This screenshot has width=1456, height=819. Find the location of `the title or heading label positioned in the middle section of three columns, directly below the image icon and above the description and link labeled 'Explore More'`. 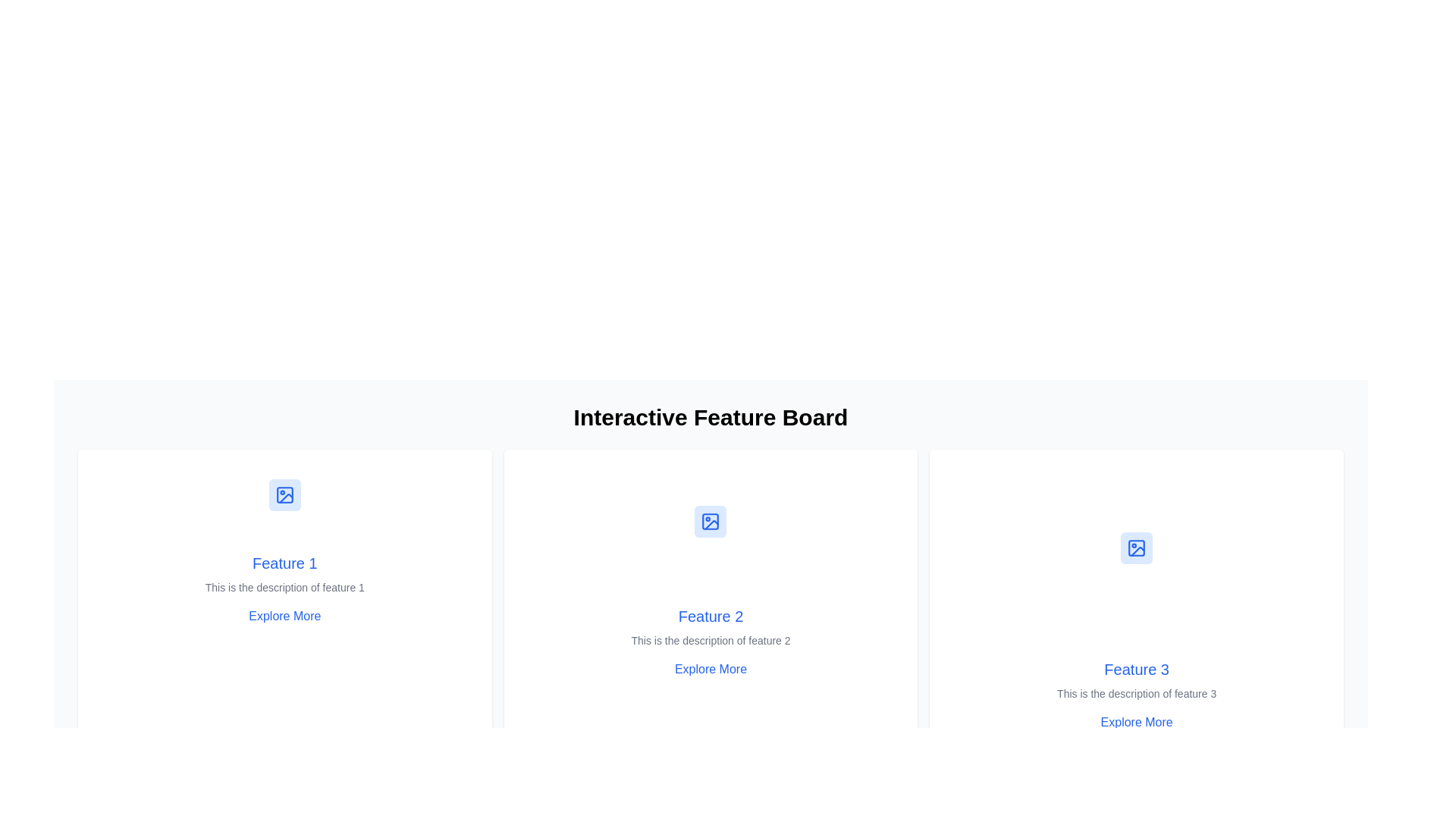

the title or heading label positioned in the middle section of three columns, directly below the image icon and above the description and link labeled 'Explore More' is located at coordinates (710, 617).